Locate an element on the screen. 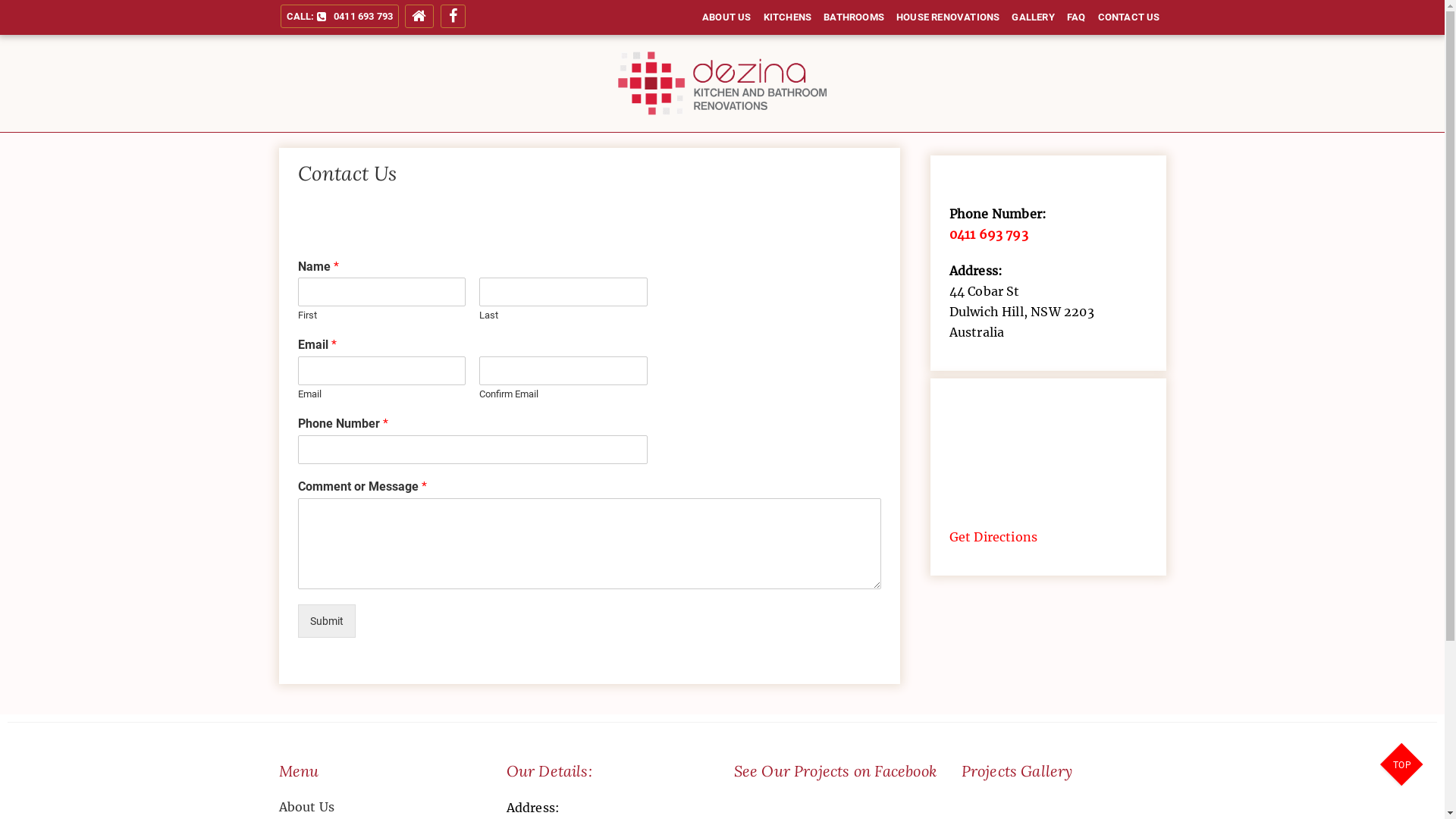  'BATHROOMS' is located at coordinates (817, 17).